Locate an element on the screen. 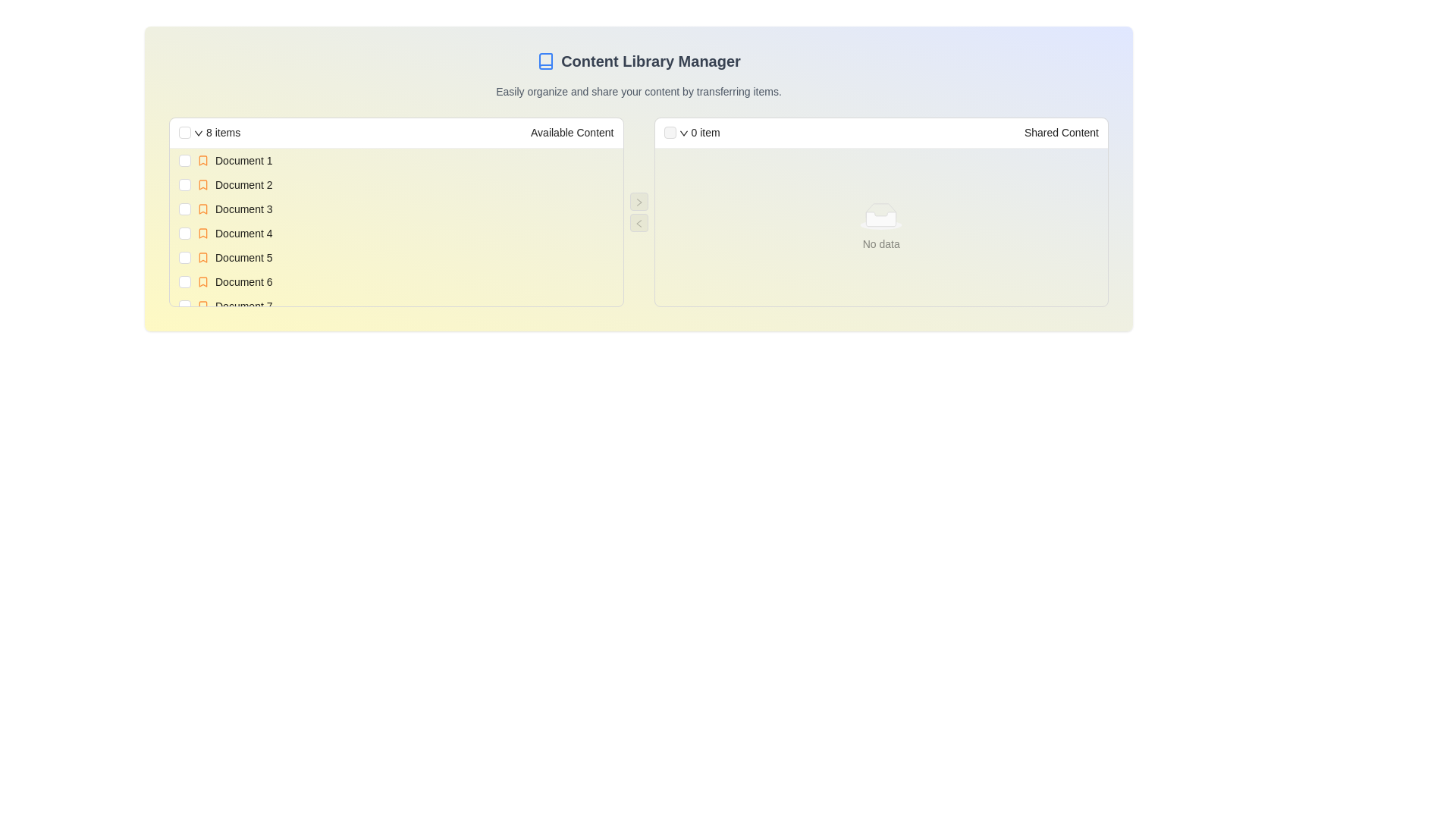  the text label displaying 'Document 7' is located at coordinates (243, 306).